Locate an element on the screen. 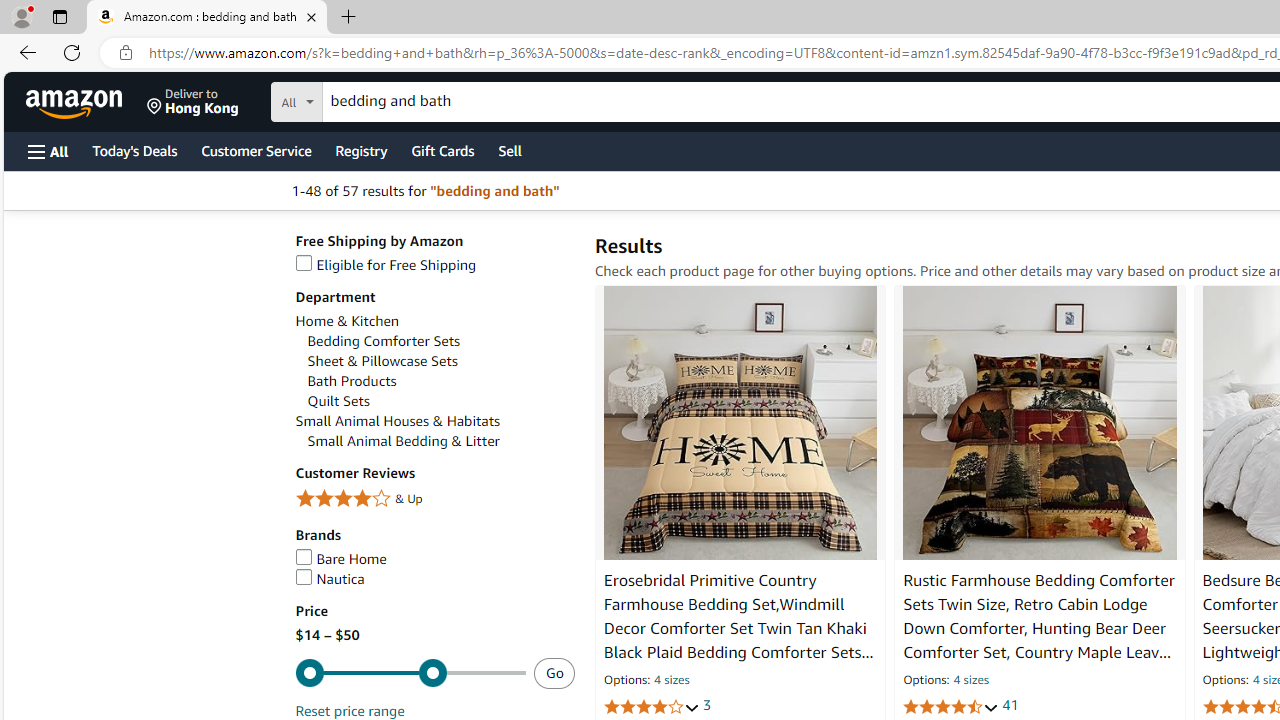 The width and height of the screenshot is (1280, 720). 'Go - Submit price range' is located at coordinates (554, 673).